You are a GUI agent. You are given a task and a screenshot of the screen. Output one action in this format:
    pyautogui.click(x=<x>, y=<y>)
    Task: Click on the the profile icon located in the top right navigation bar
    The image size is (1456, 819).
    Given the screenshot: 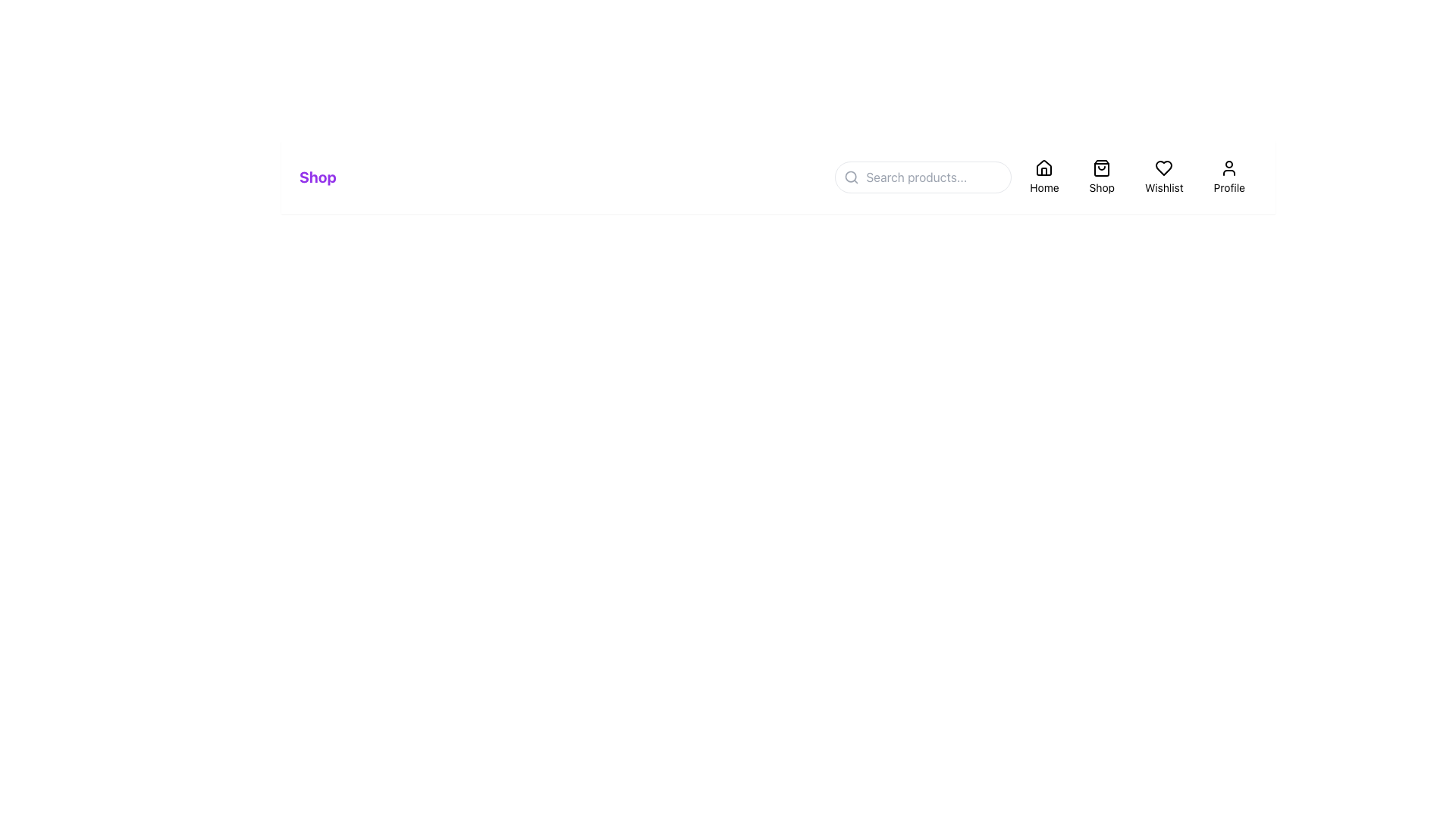 What is the action you would take?
    pyautogui.click(x=1229, y=168)
    